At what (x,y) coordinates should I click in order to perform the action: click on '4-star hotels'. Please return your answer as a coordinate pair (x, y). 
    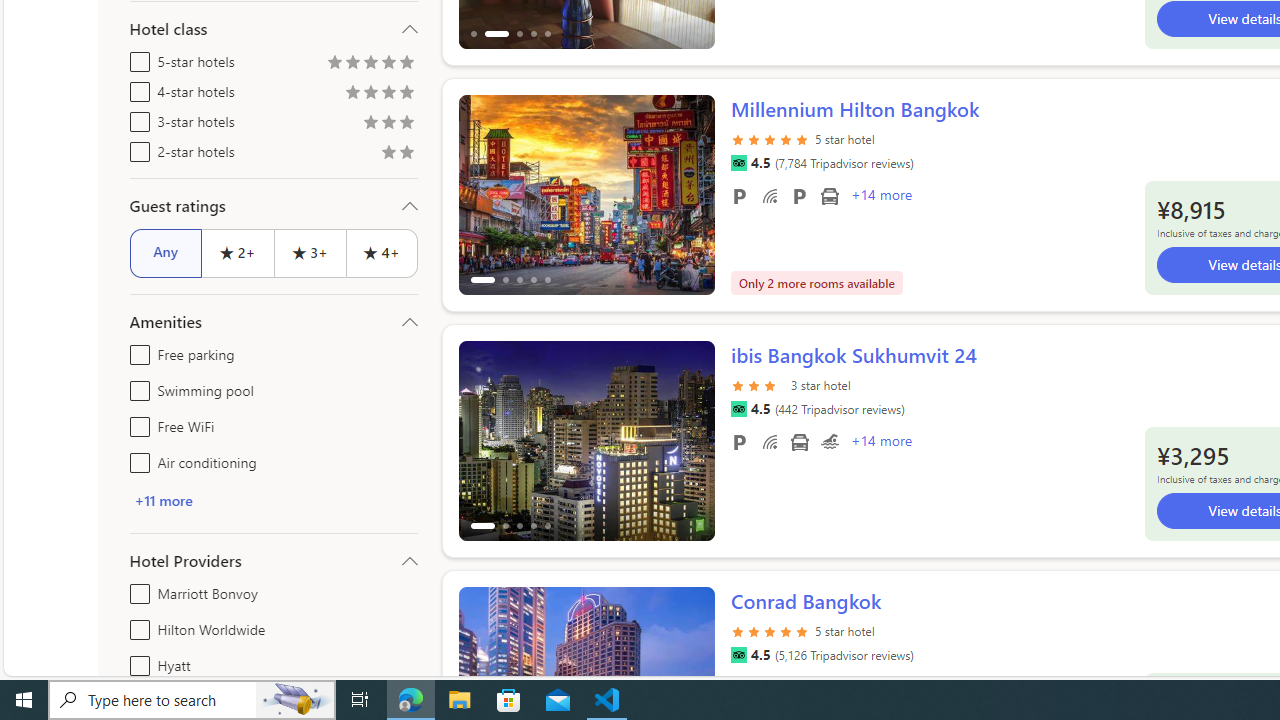
    Looking at the image, I should click on (135, 87).